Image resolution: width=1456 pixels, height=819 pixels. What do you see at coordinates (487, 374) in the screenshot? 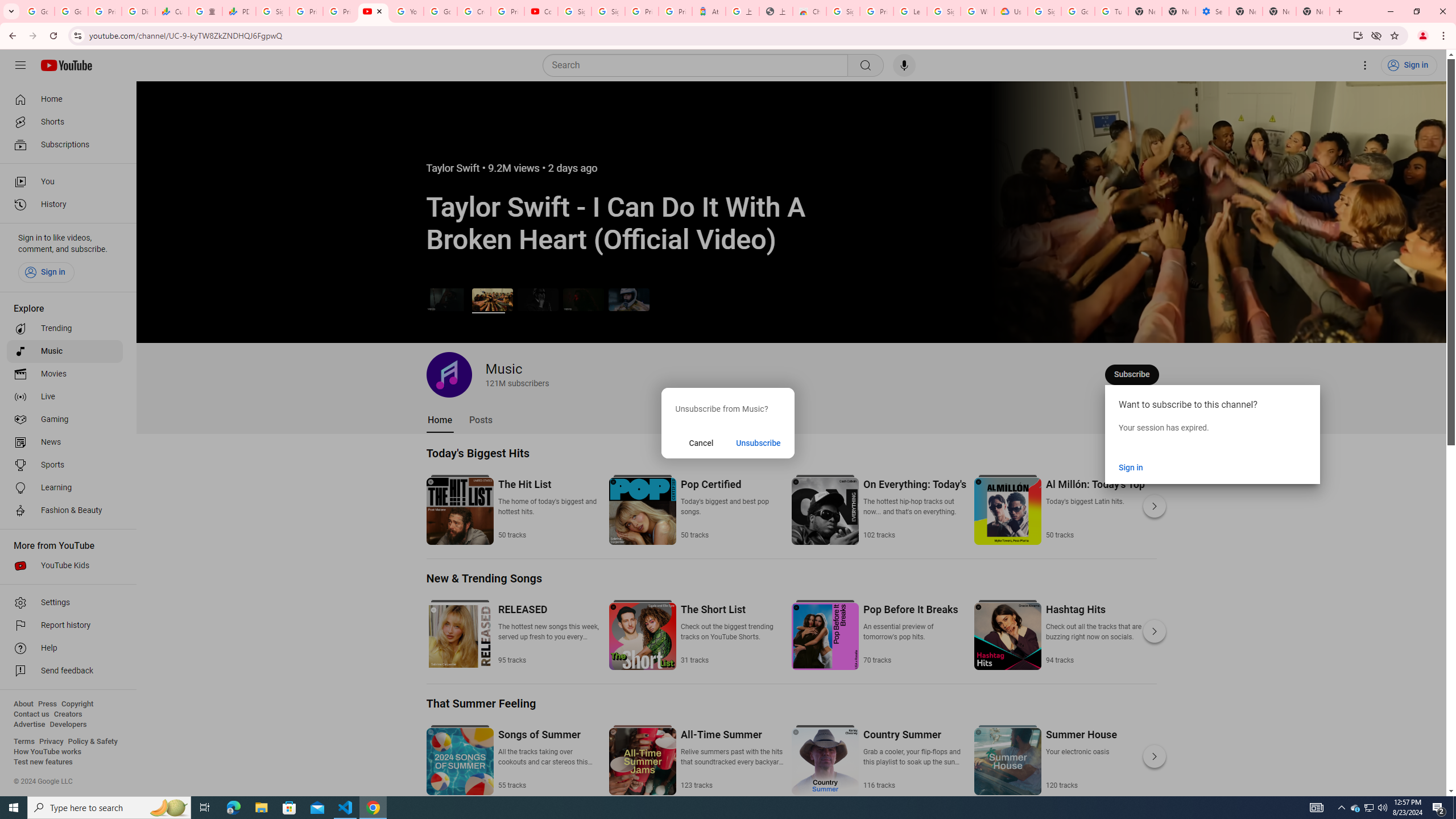
I see `'Music 121 million subscribers'` at bounding box center [487, 374].